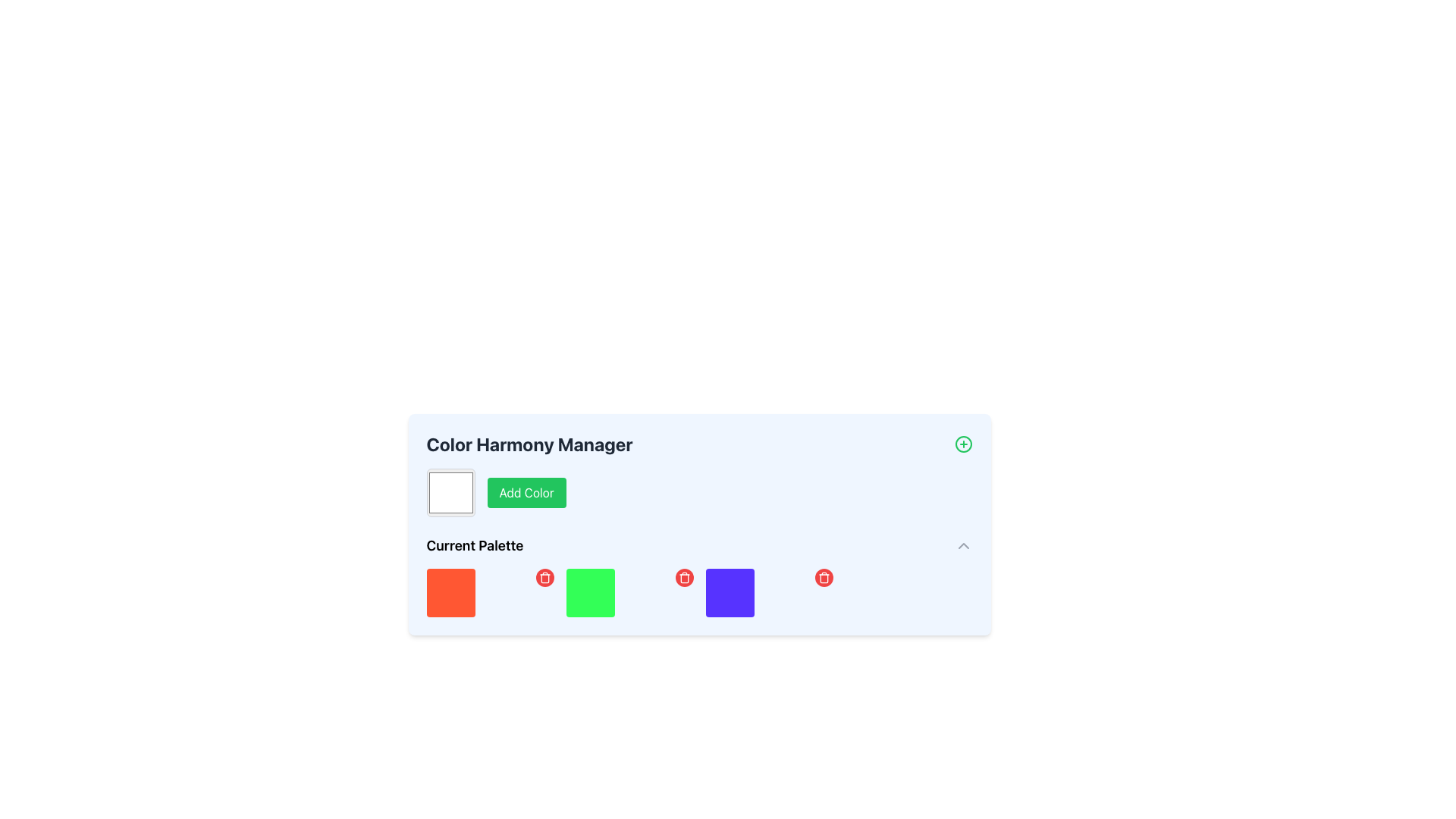  Describe the element at coordinates (698, 493) in the screenshot. I see `the color picker input within the 'Color Harmony Manager' interface, which is used to select a color for the palette` at that location.